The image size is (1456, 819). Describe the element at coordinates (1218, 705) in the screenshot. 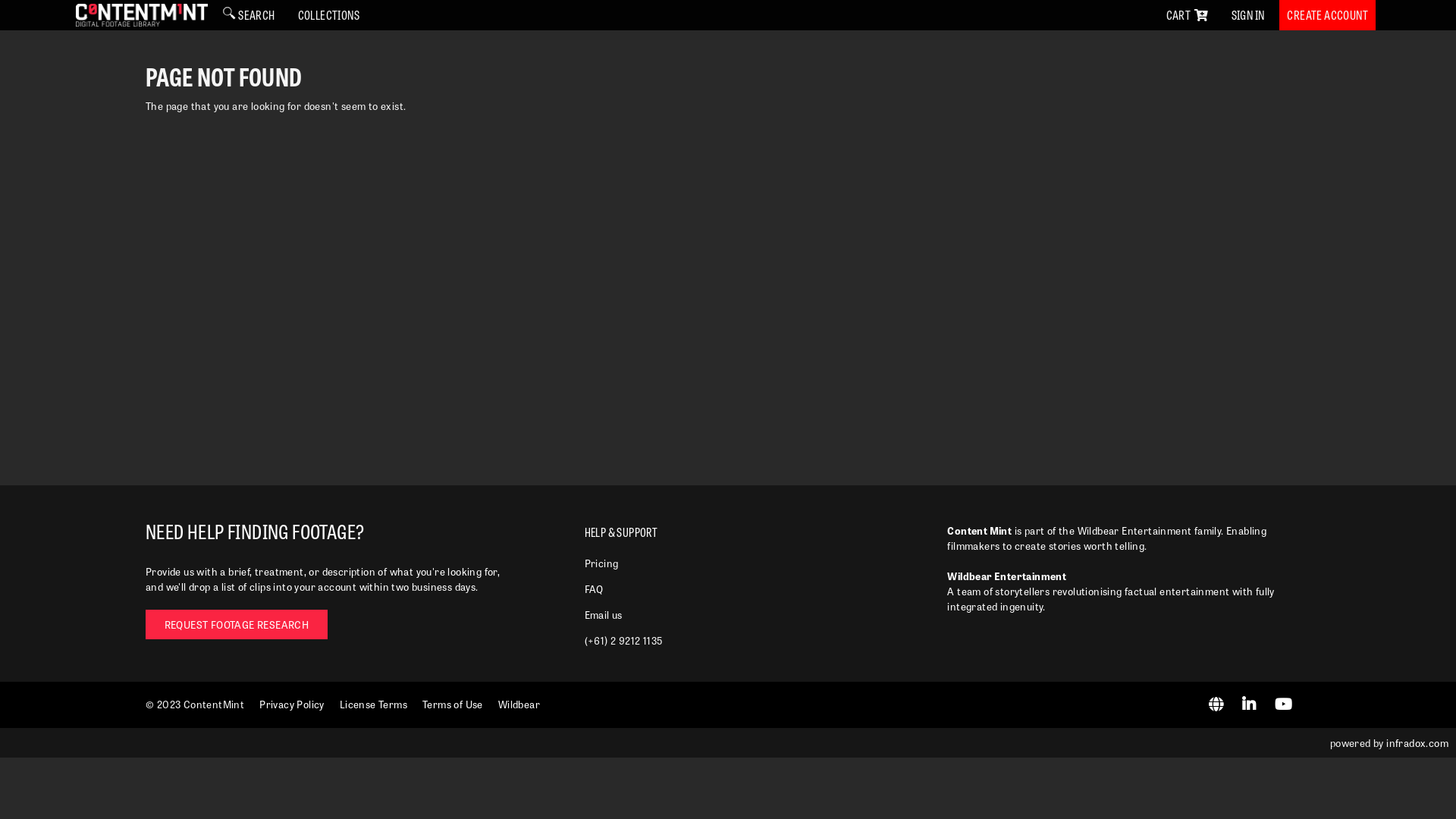

I see `'https://www.contentmint.com.au'` at that location.